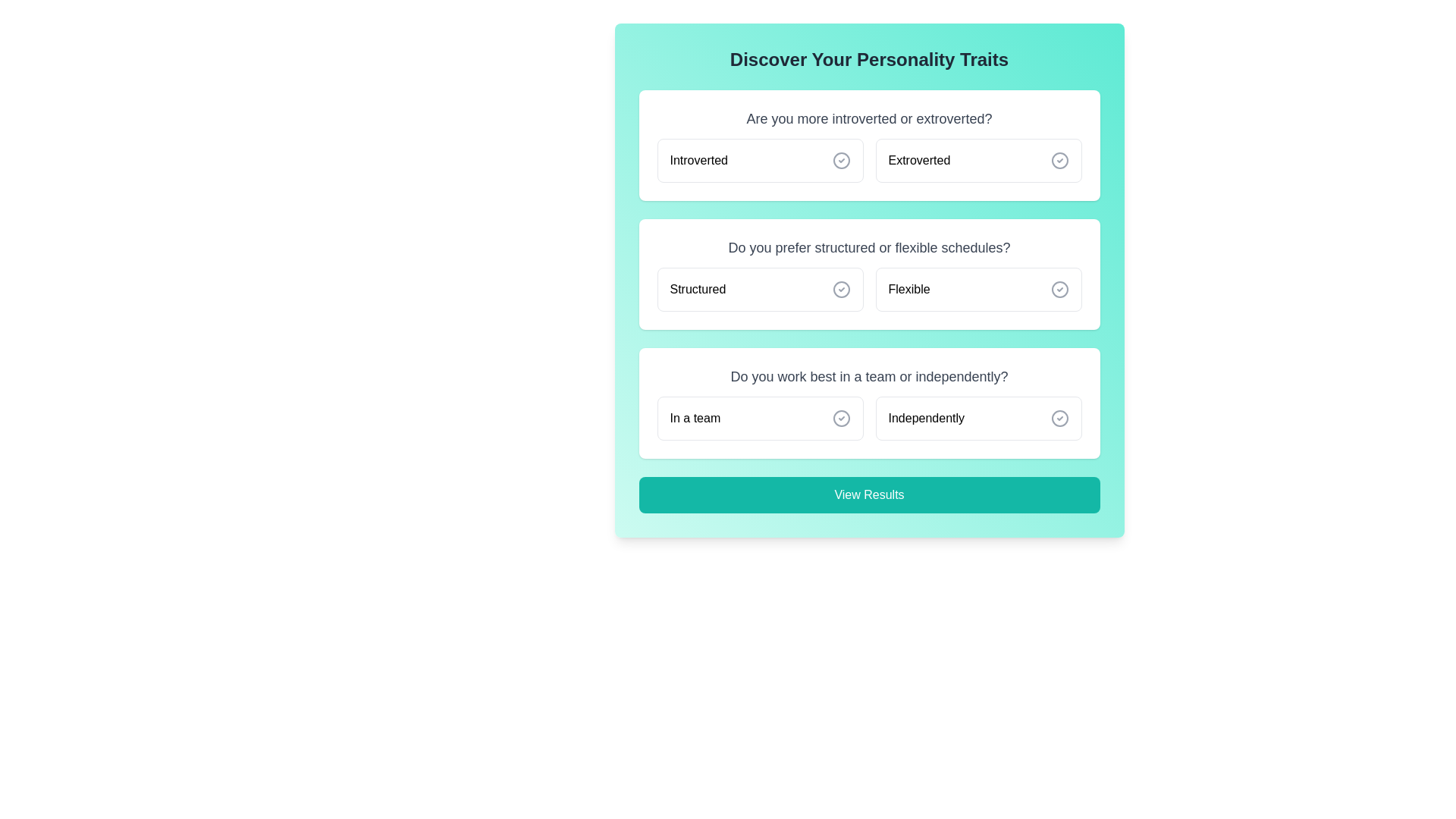  Describe the element at coordinates (840, 161) in the screenshot. I see `the circular checkbox with a checkmark inside, located in the top-right corner of the 'Introverted' answer option box` at that location.